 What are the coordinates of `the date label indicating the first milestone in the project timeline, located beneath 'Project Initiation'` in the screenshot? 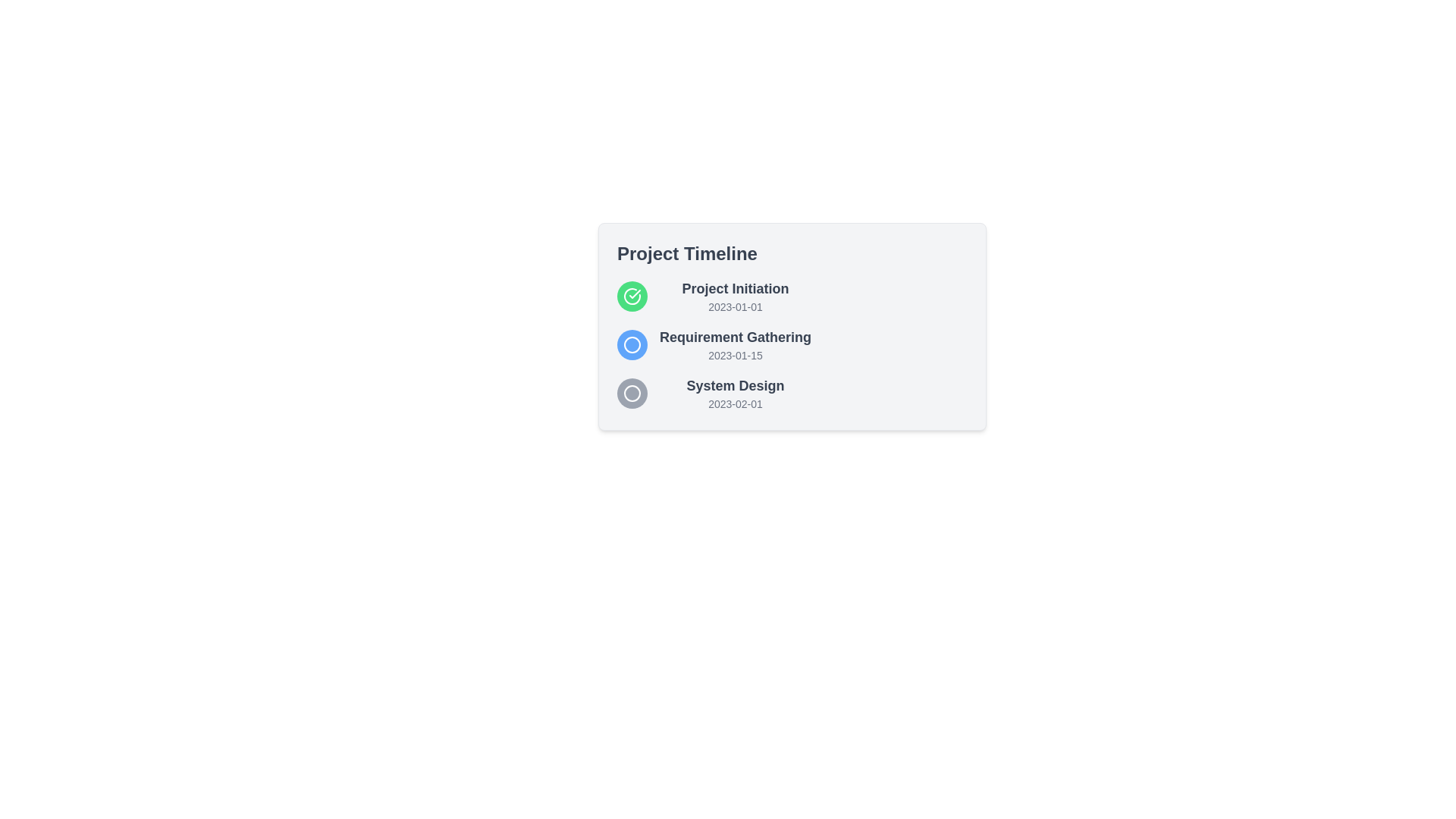 It's located at (735, 307).